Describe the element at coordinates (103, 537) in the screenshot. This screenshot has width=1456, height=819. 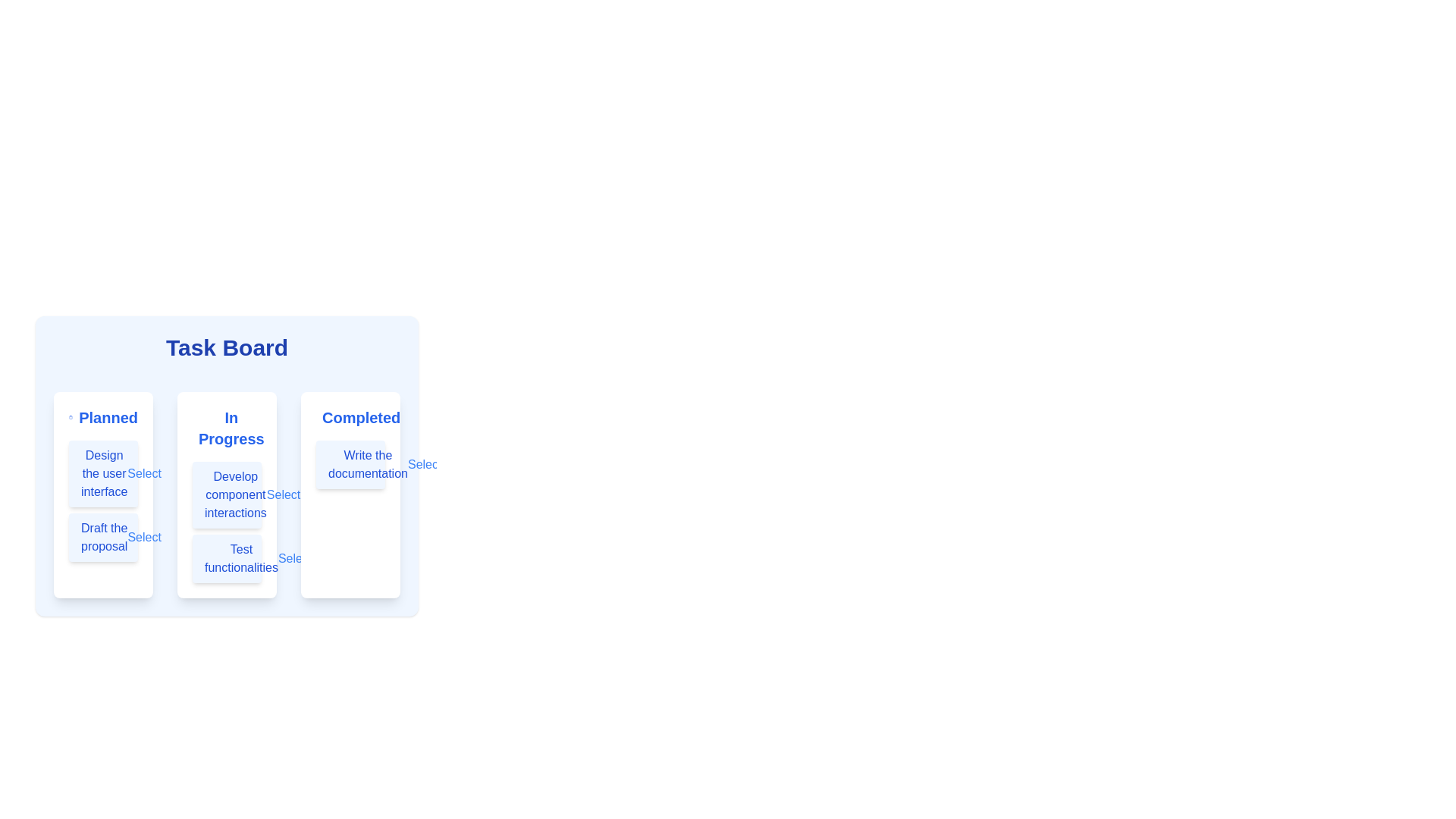
I see `the static text label reading 'Draft the proposal' styled in blue font, located in the 'Planned' column of the task board interface` at that location.